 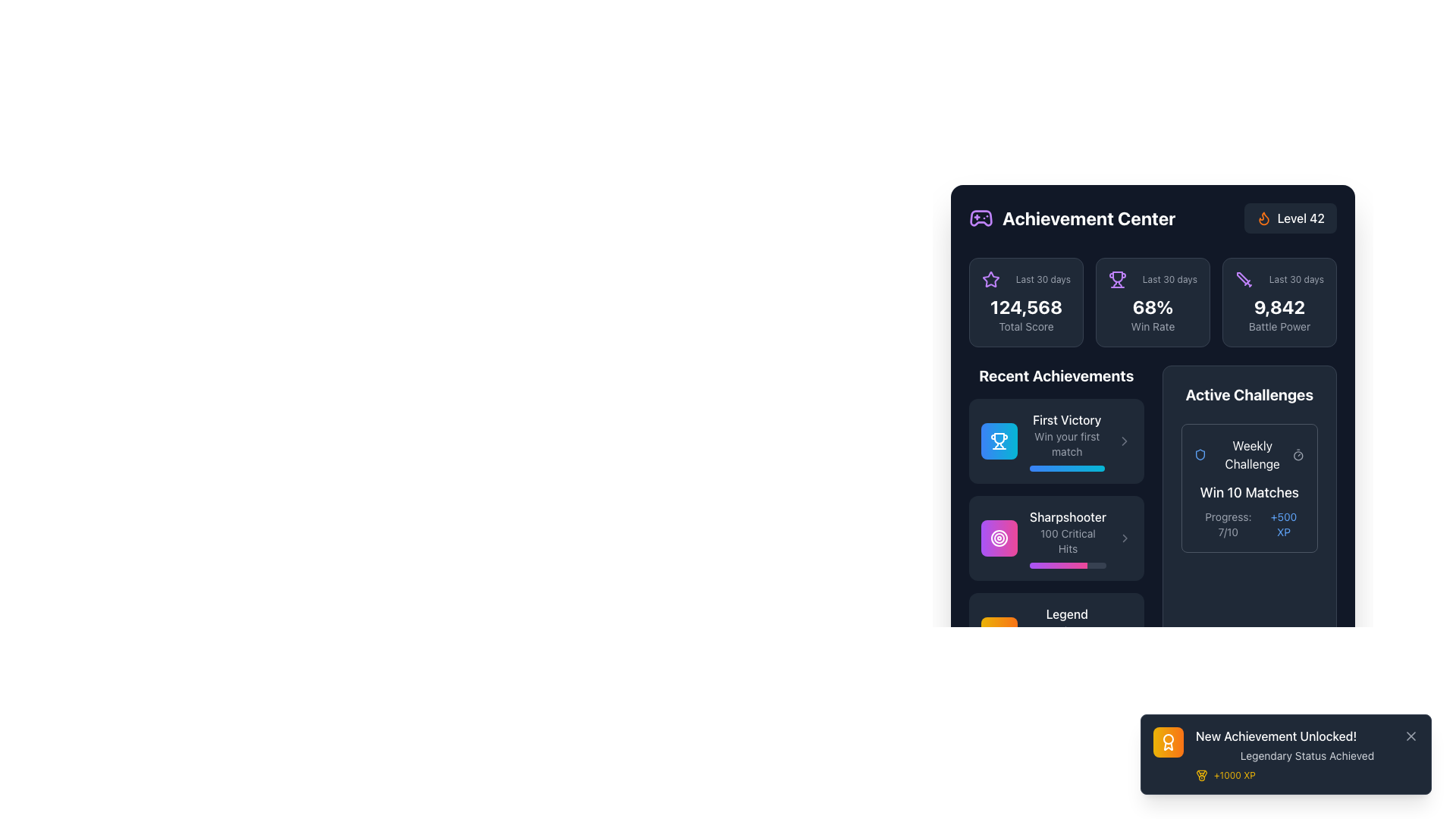 I want to click on the 'Sharpshooter' achievement item in the dashboard achievement list, so click(x=1056, y=537).